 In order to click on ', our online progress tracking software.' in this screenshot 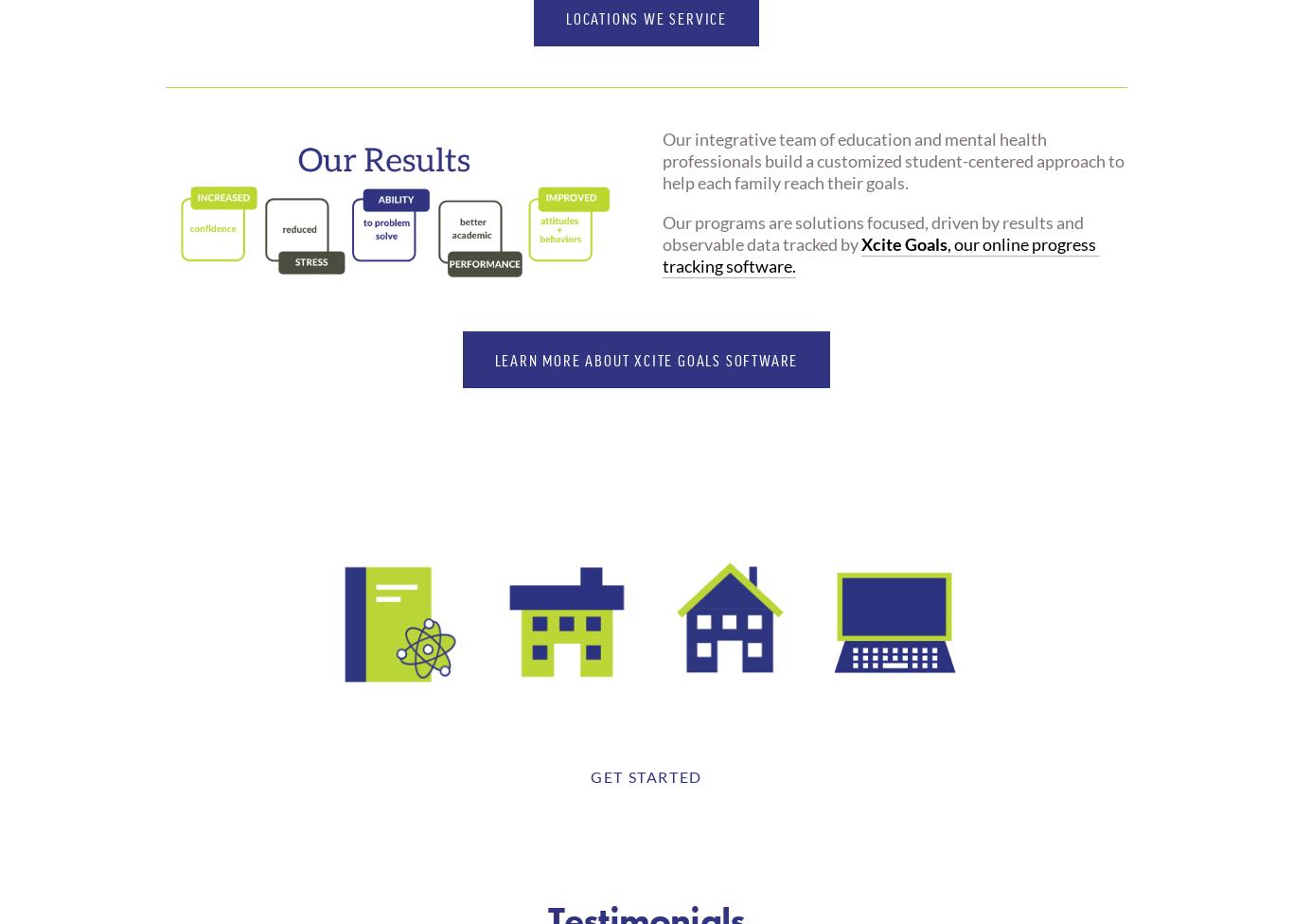, I will do `click(880, 255)`.